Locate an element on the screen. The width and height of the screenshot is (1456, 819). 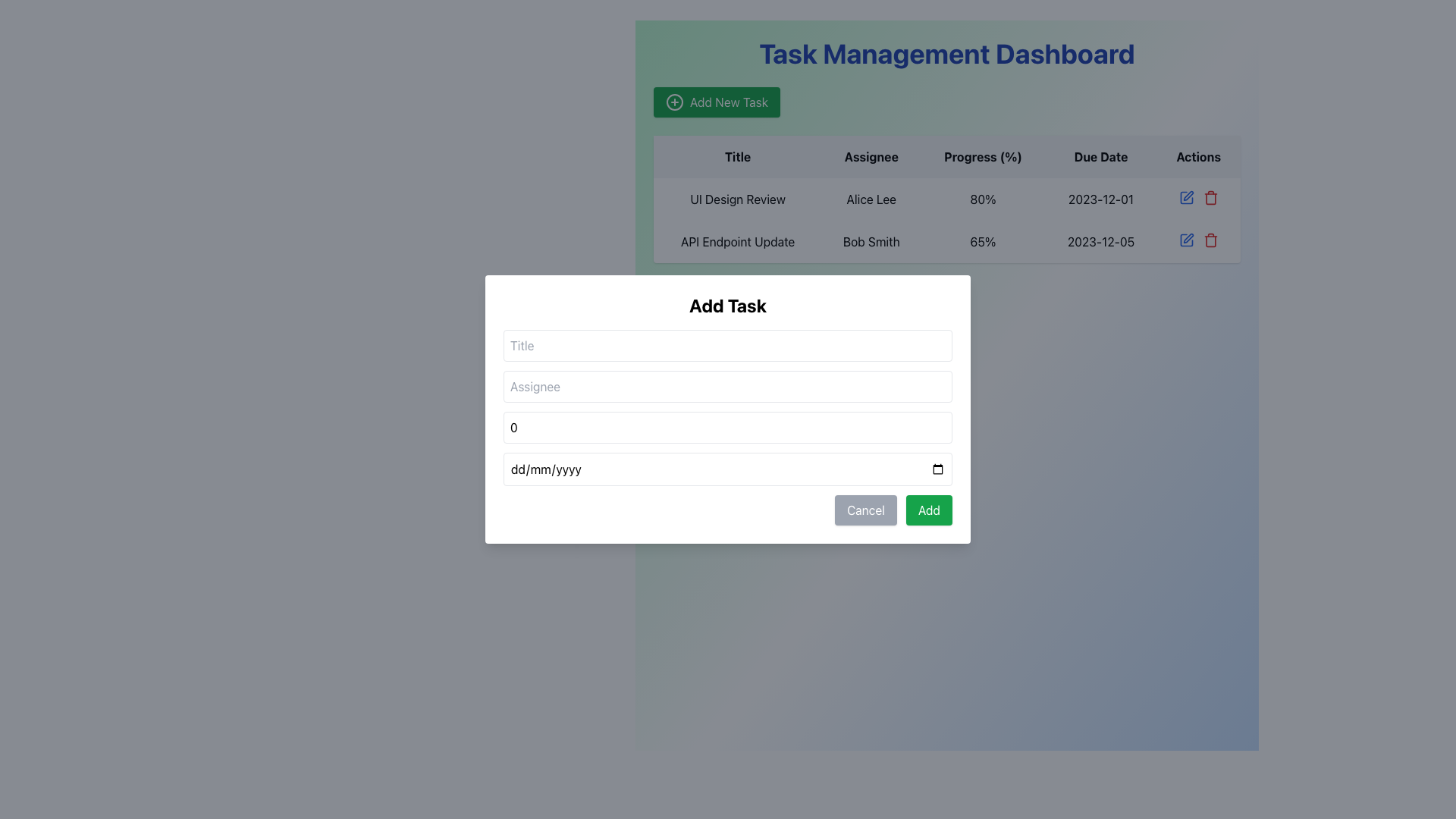
the 'Add New Task' button, which is a green rectangular button with white text and a circular plus icon, located below the 'Task Management Dashboard' header is located at coordinates (716, 102).